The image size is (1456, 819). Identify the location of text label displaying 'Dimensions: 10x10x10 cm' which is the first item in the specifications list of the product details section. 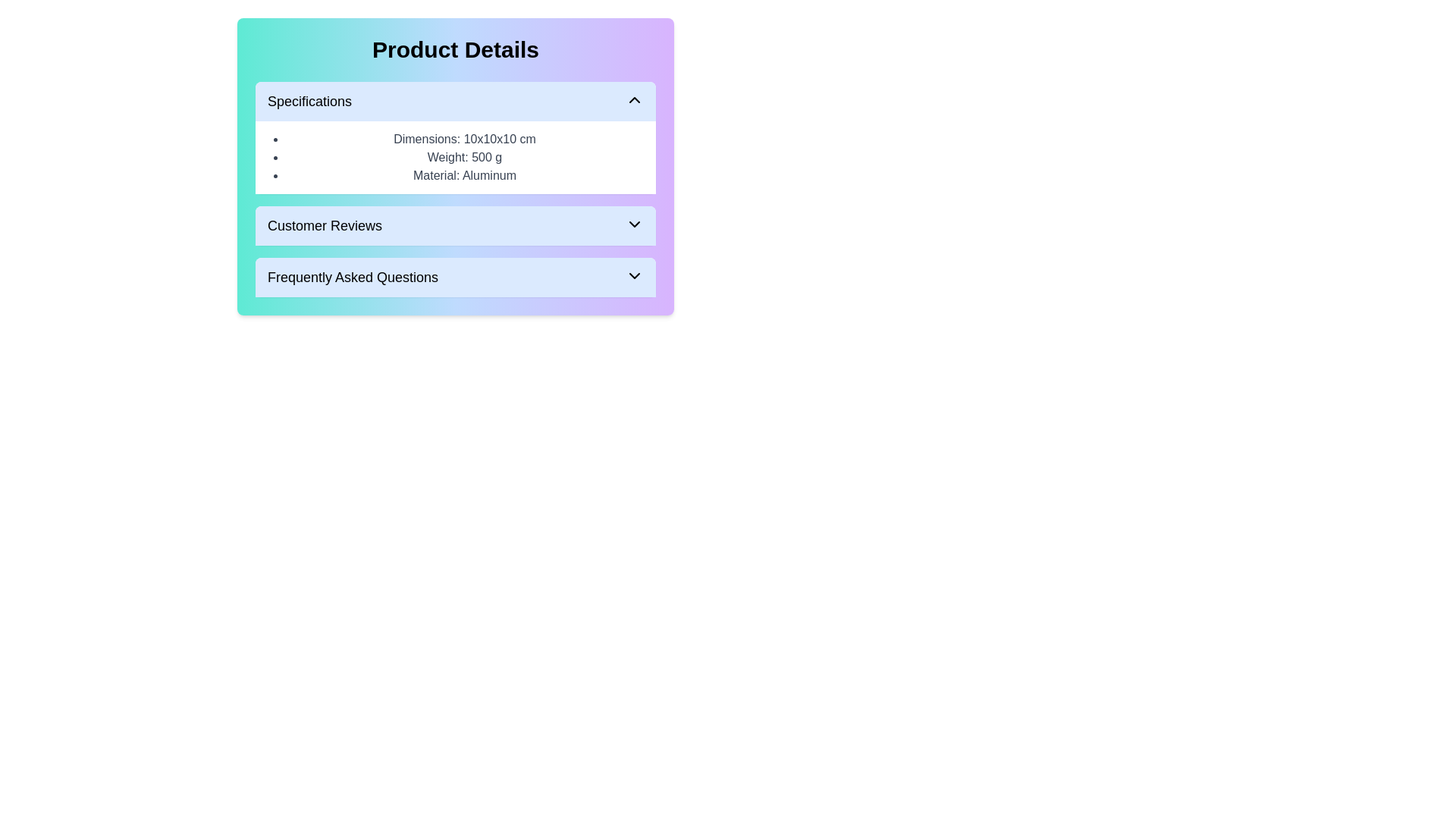
(464, 140).